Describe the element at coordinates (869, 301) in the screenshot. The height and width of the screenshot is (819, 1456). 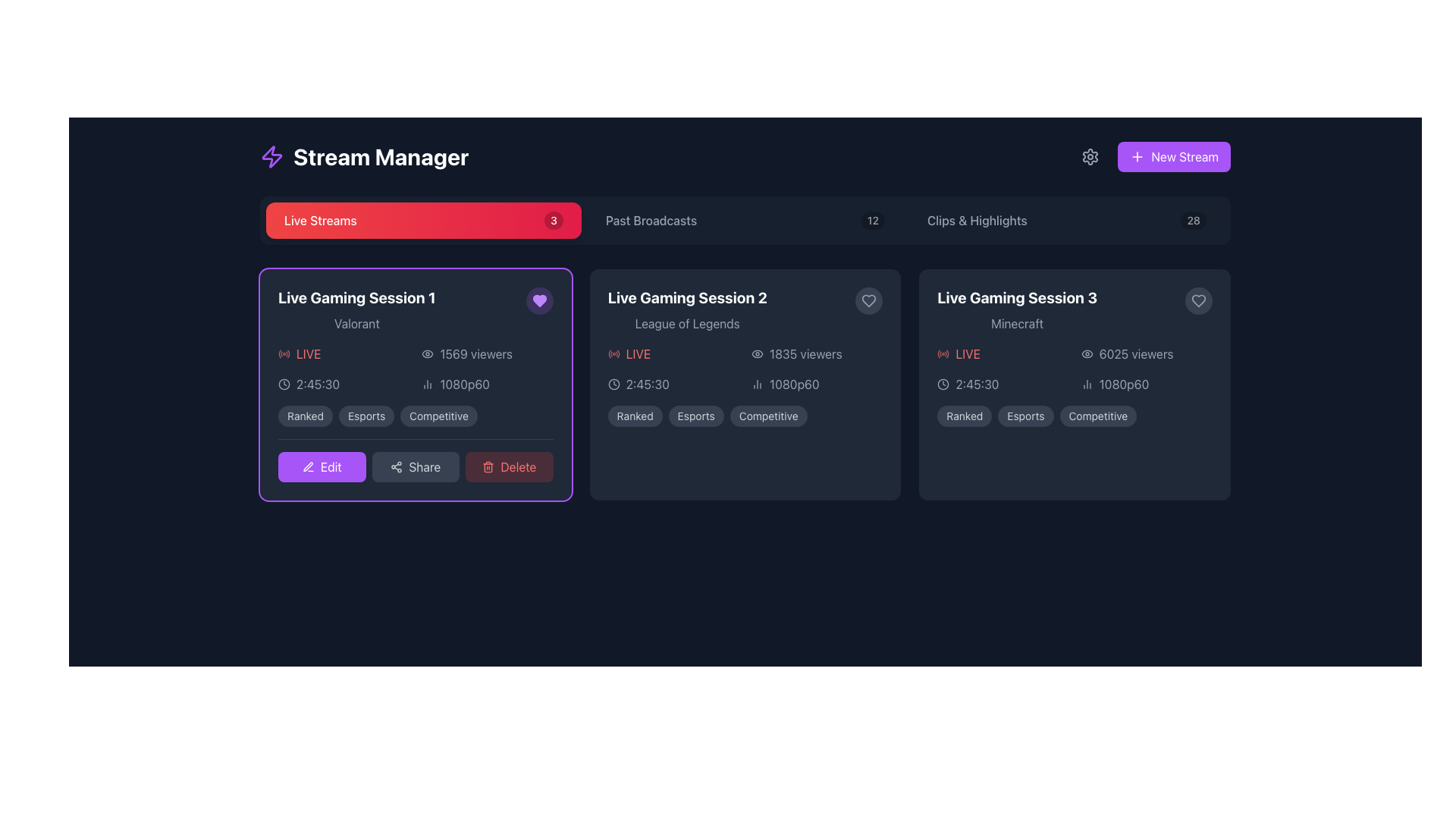
I see `the favorite button, which is represented by a heart icon, located in the top-right corner of the card containing 'Live Gaming Session 2' and 'League of Legends'` at that location.